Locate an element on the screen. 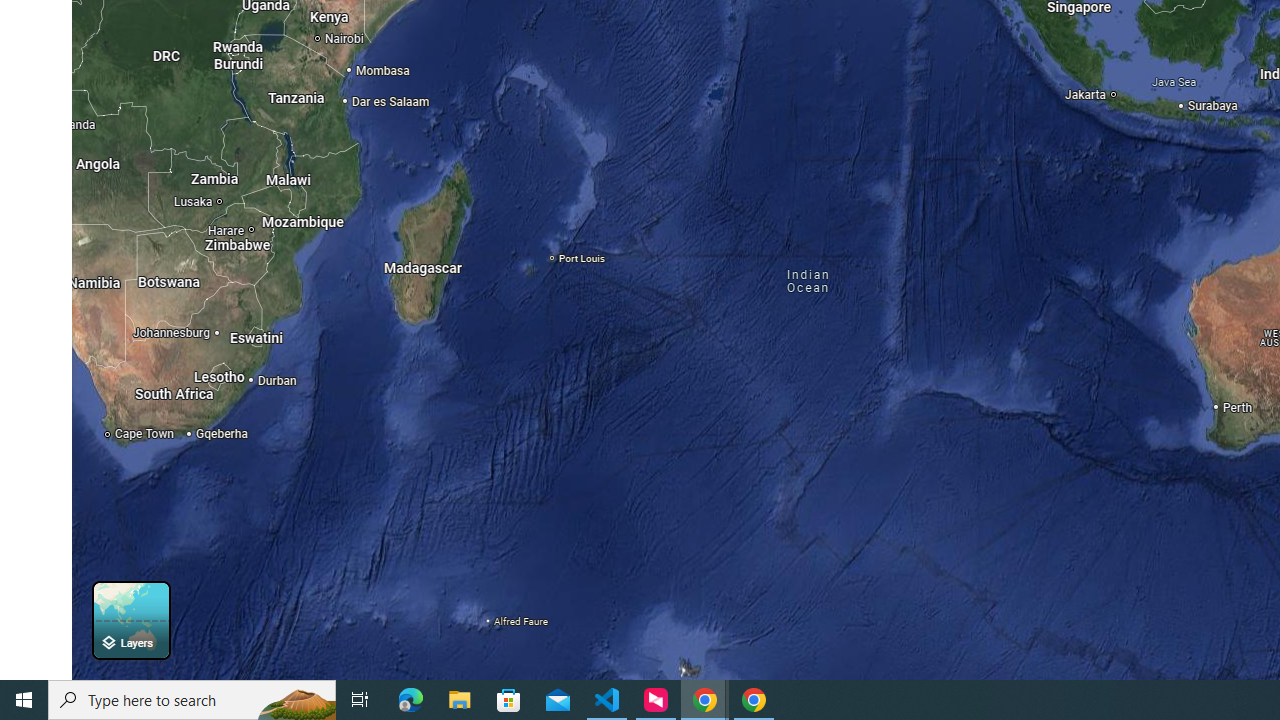 The image size is (1280, 720). 'Layers' is located at coordinates (130, 619).